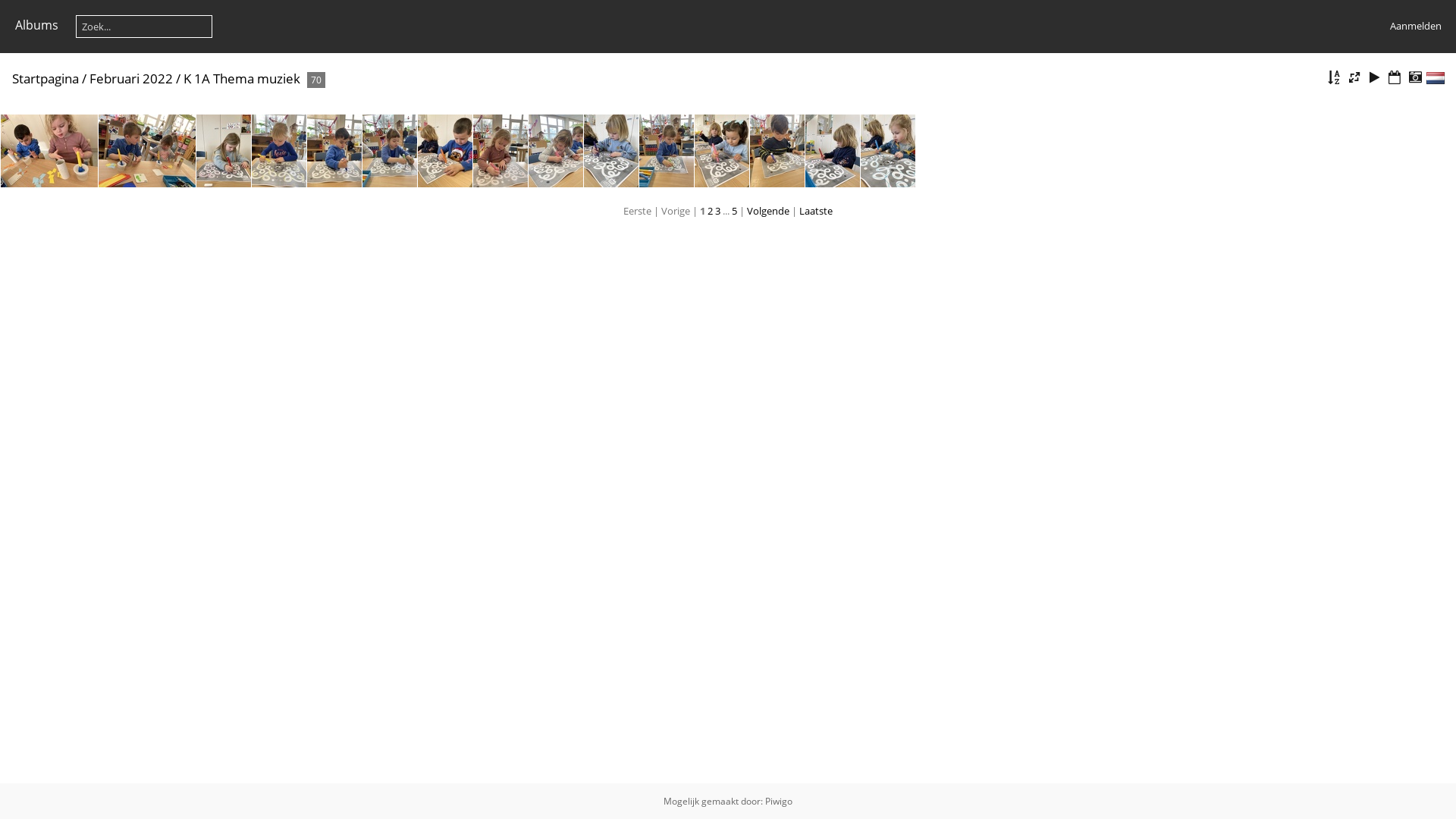 Image resolution: width=1456 pixels, height=819 pixels. What do you see at coordinates (45, 78) in the screenshot?
I see `'Startpagina'` at bounding box center [45, 78].